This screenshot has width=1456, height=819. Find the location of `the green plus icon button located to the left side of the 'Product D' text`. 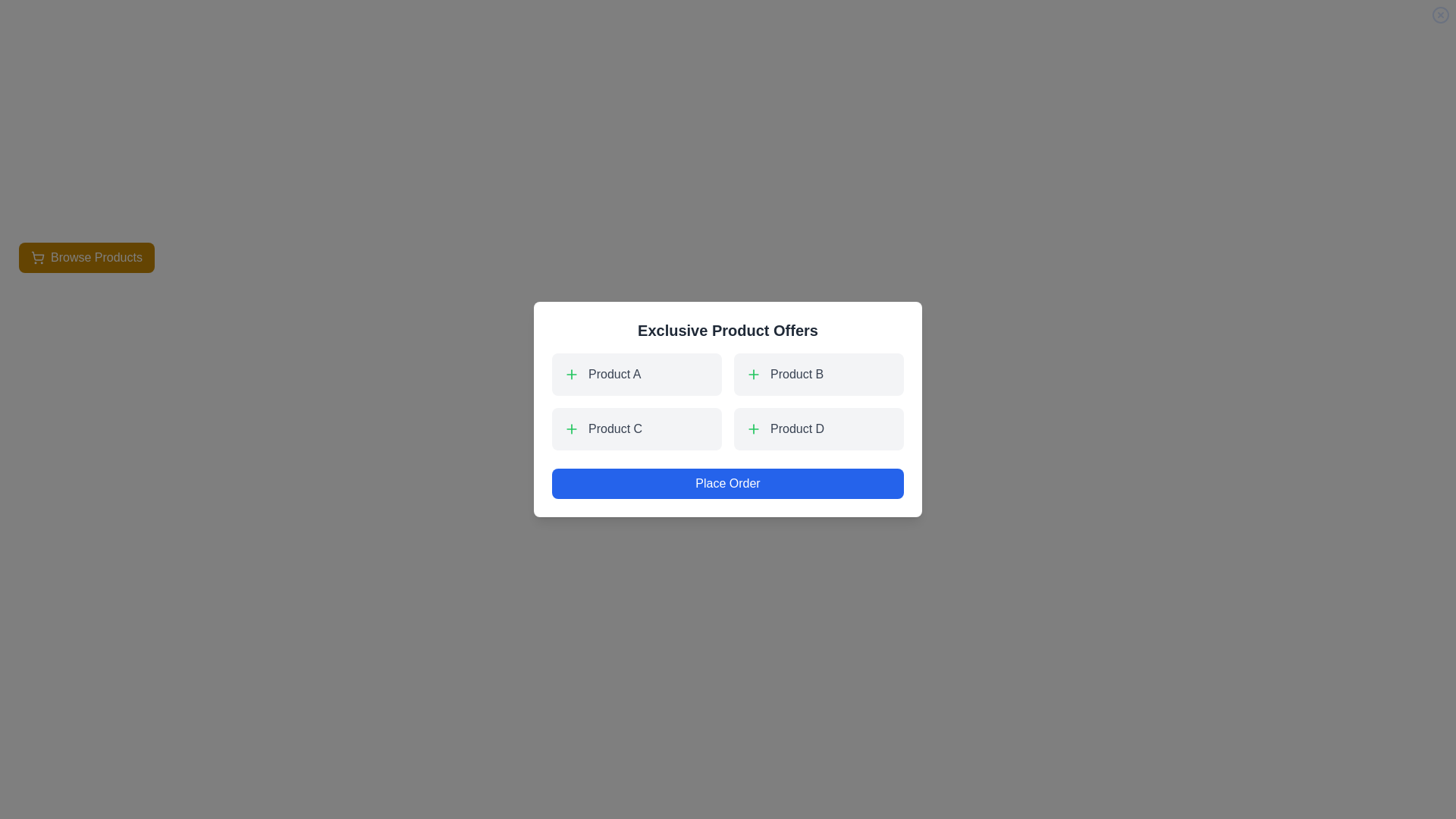

the green plus icon button located to the left side of the 'Product D' text is located at coordinates (753, 429).